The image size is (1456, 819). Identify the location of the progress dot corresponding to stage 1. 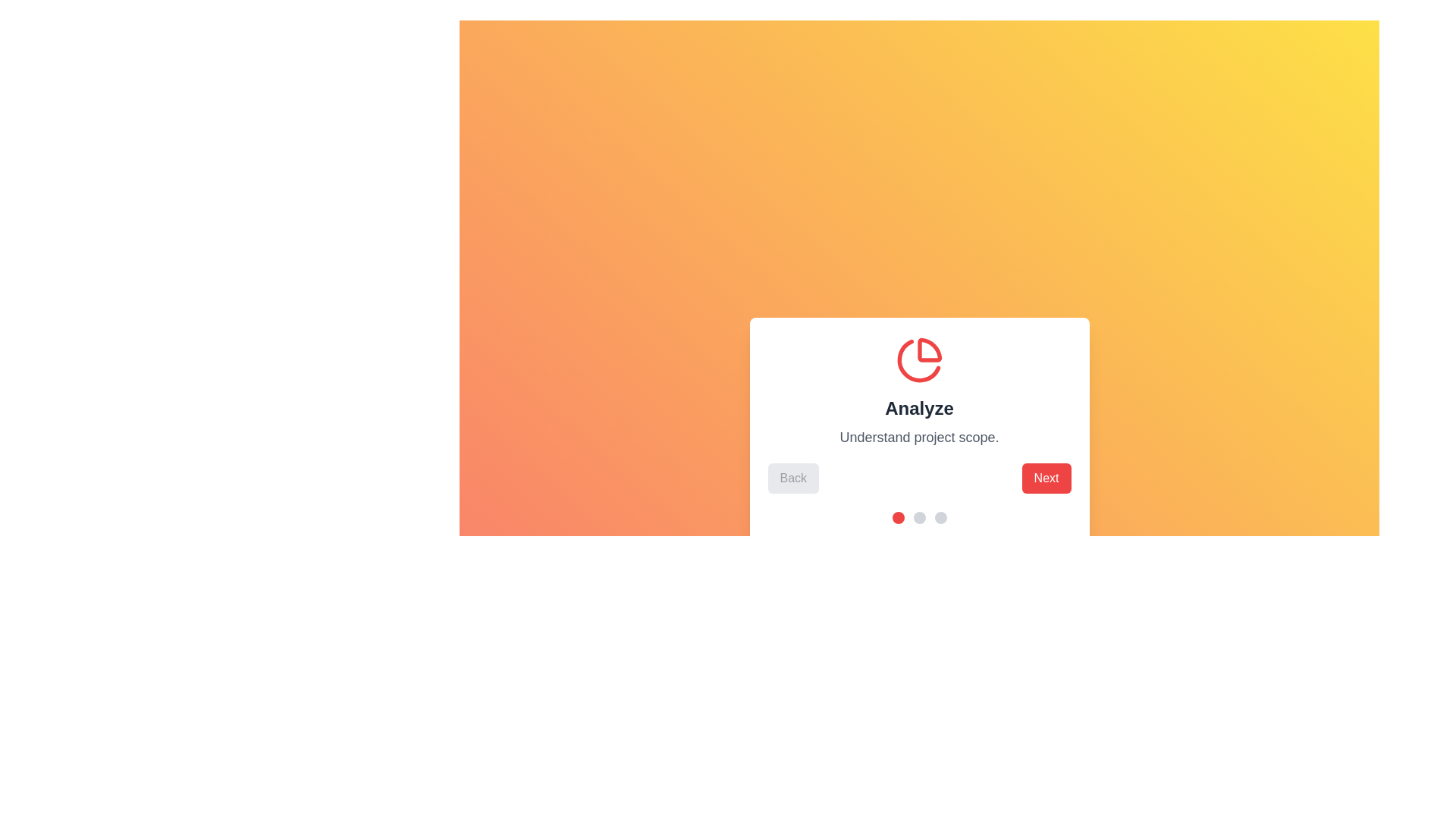
(898, 516).